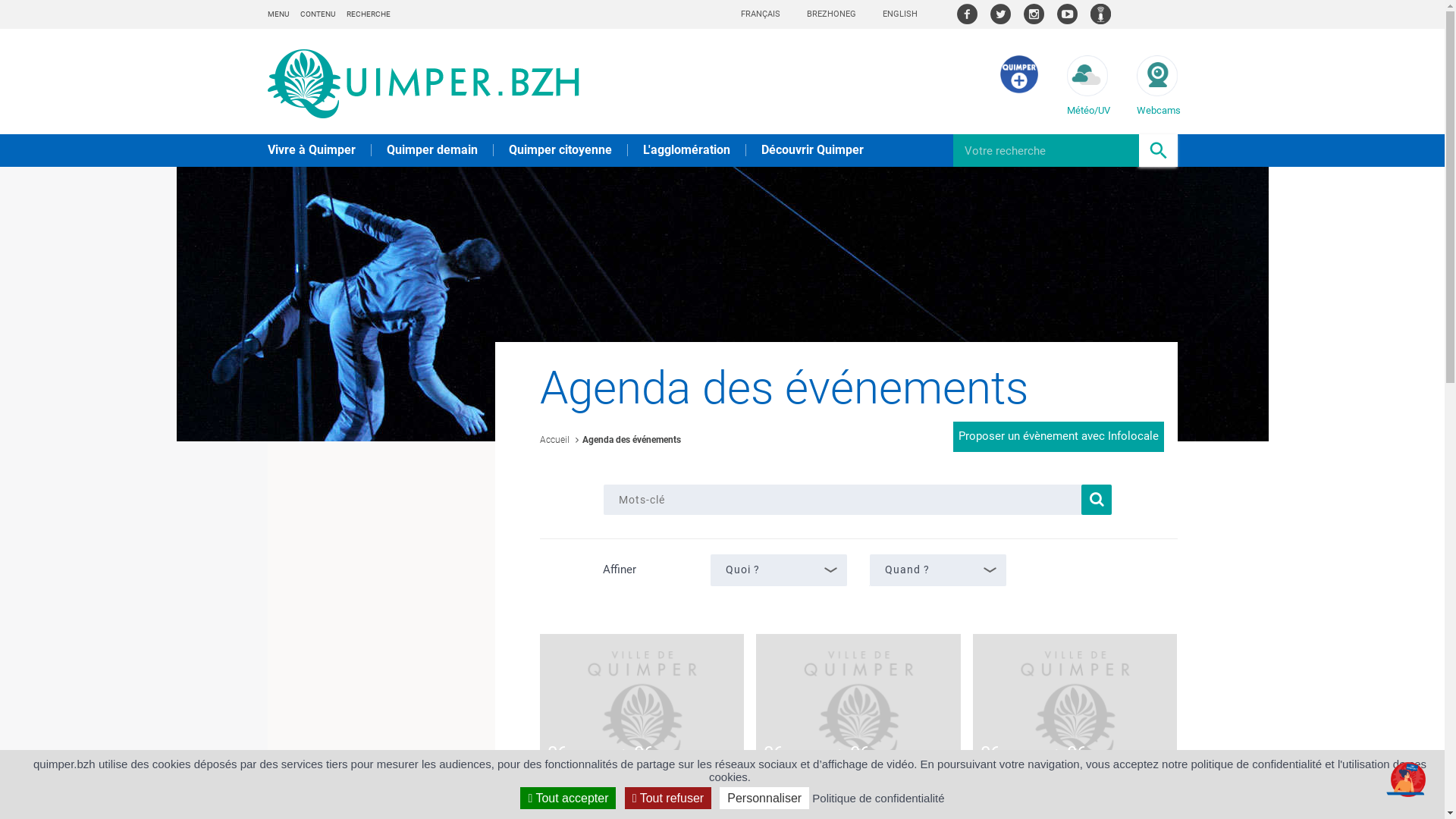  I want to click on 'Accueil', so click(554, 439).